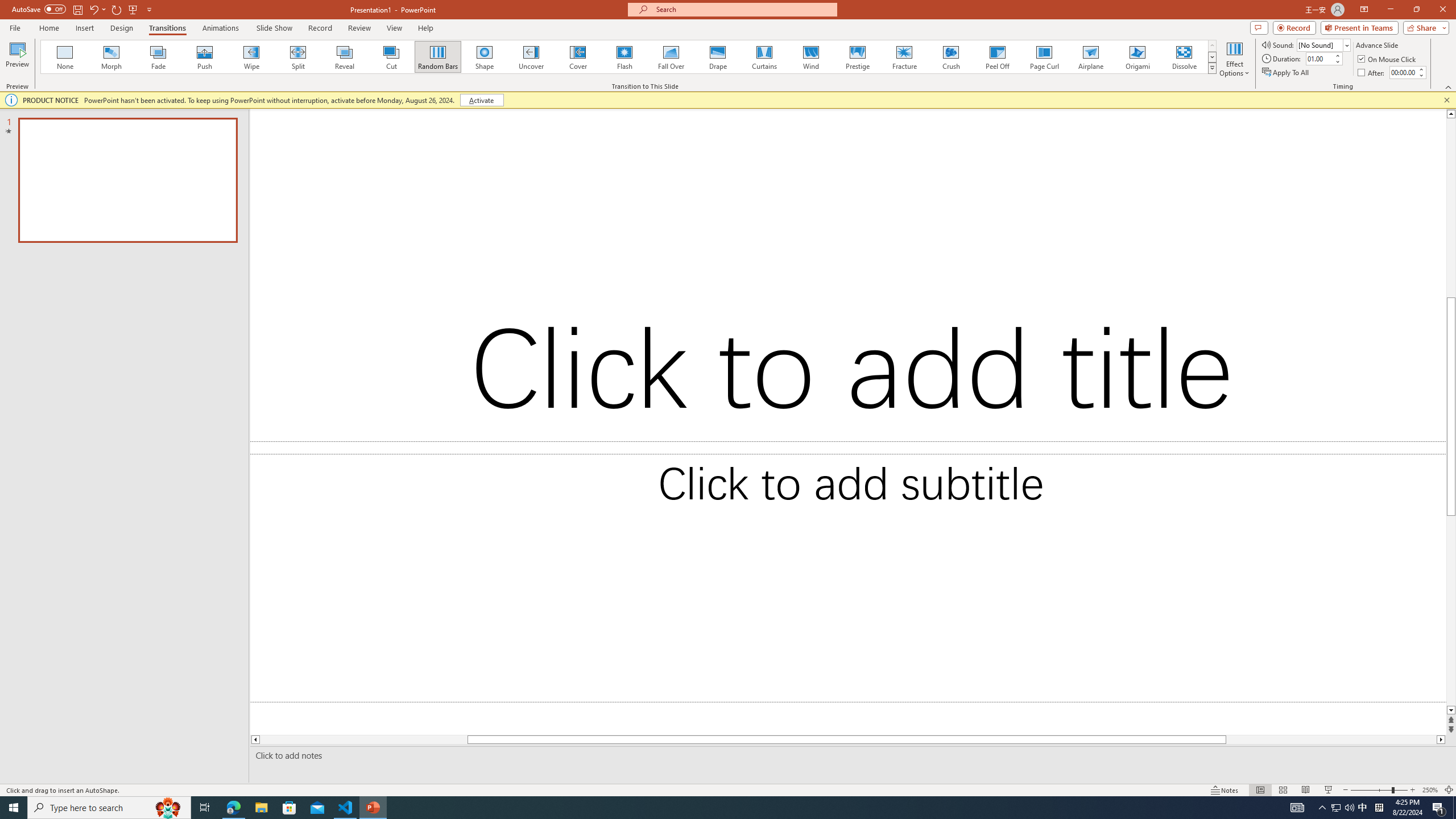  I want to click on 'Crush', so click(950, 56).